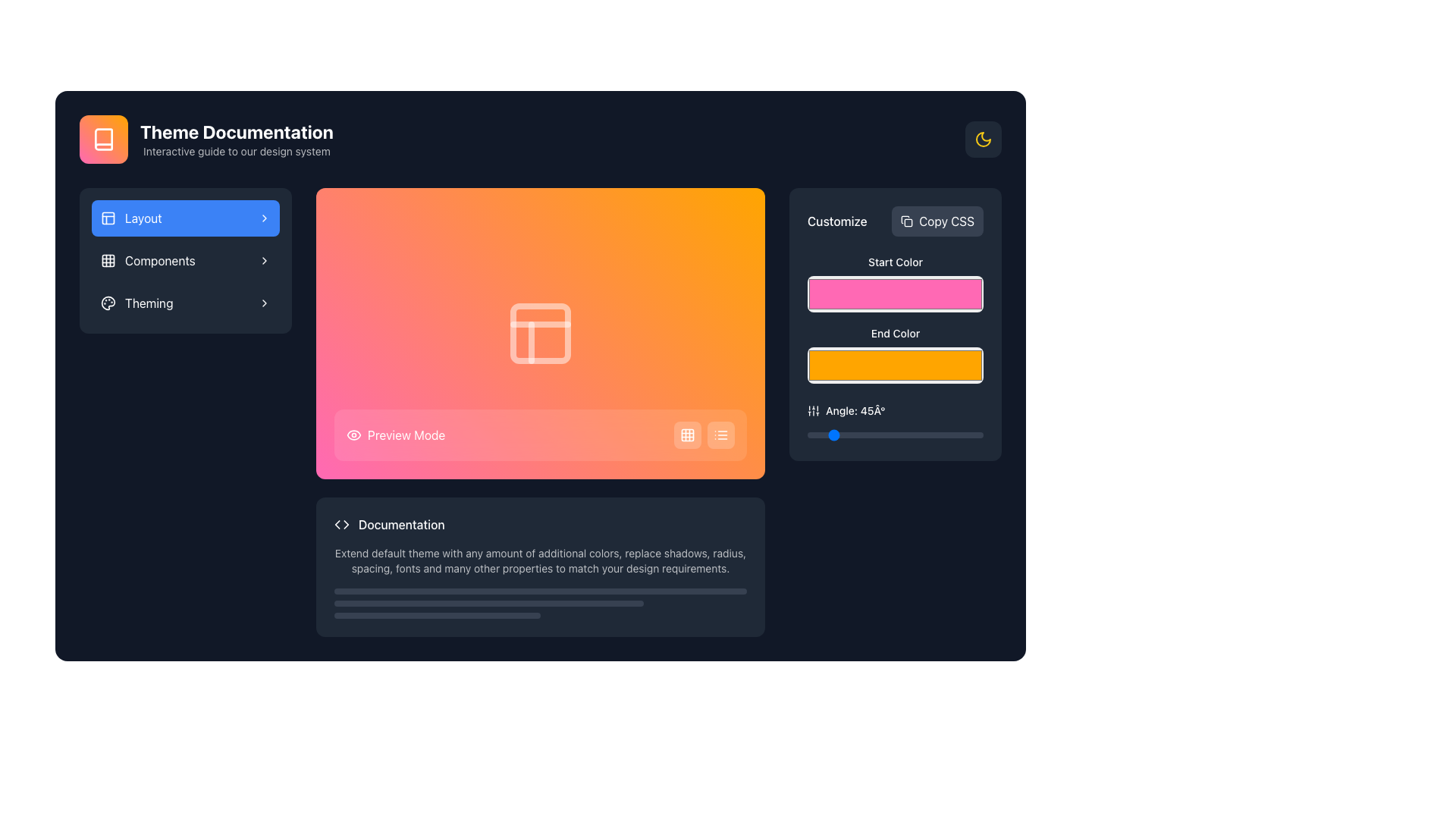 The image size is (1456, 819). Describe the element at coordinates (406, 435) in the screenshot. I see `the 'Preview Mode' text label` at that location.